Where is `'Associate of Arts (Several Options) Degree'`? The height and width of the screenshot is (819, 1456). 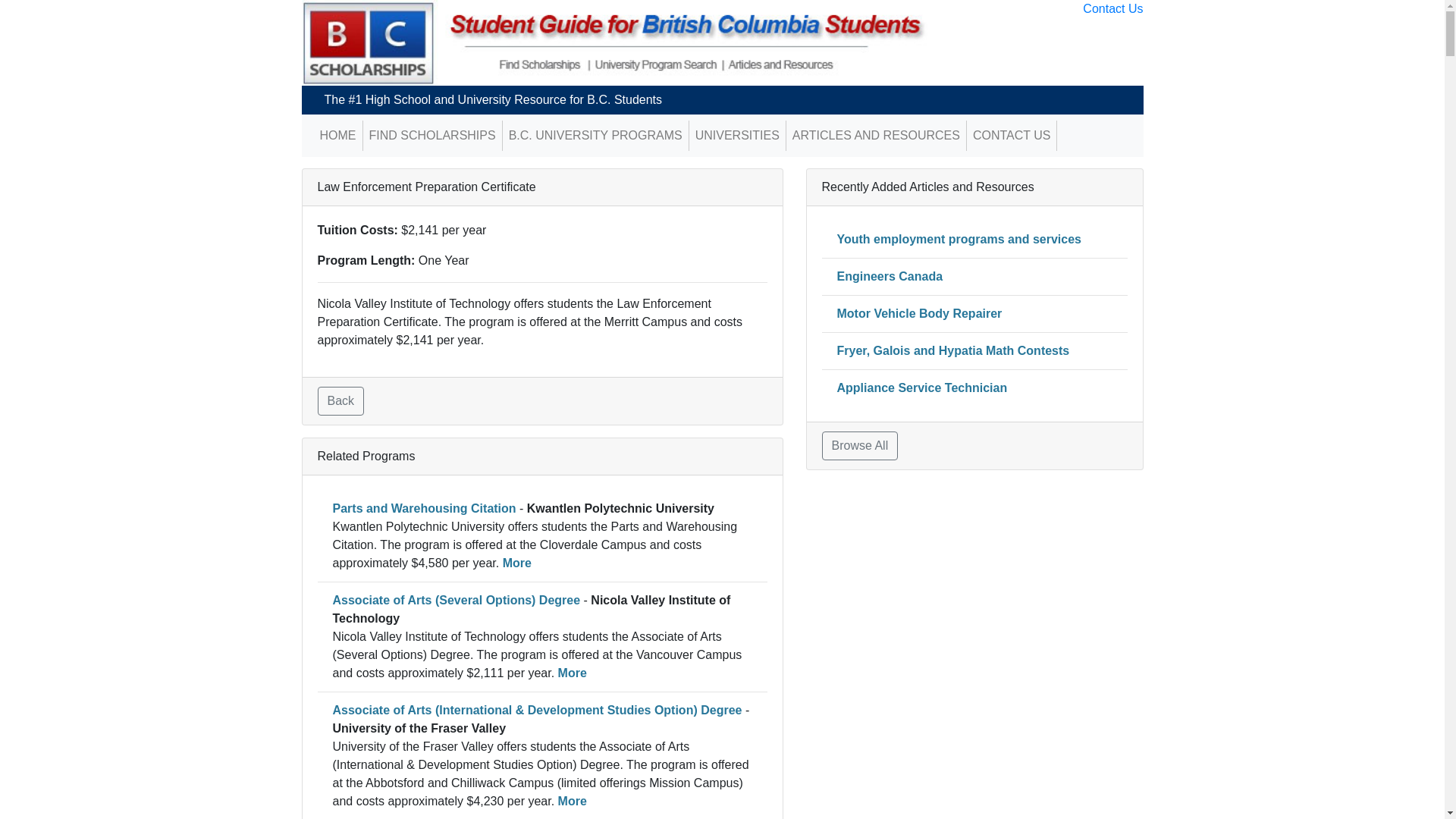 'Associate of Arts (Several Options) Degree' is located at coordinates (455, 599).